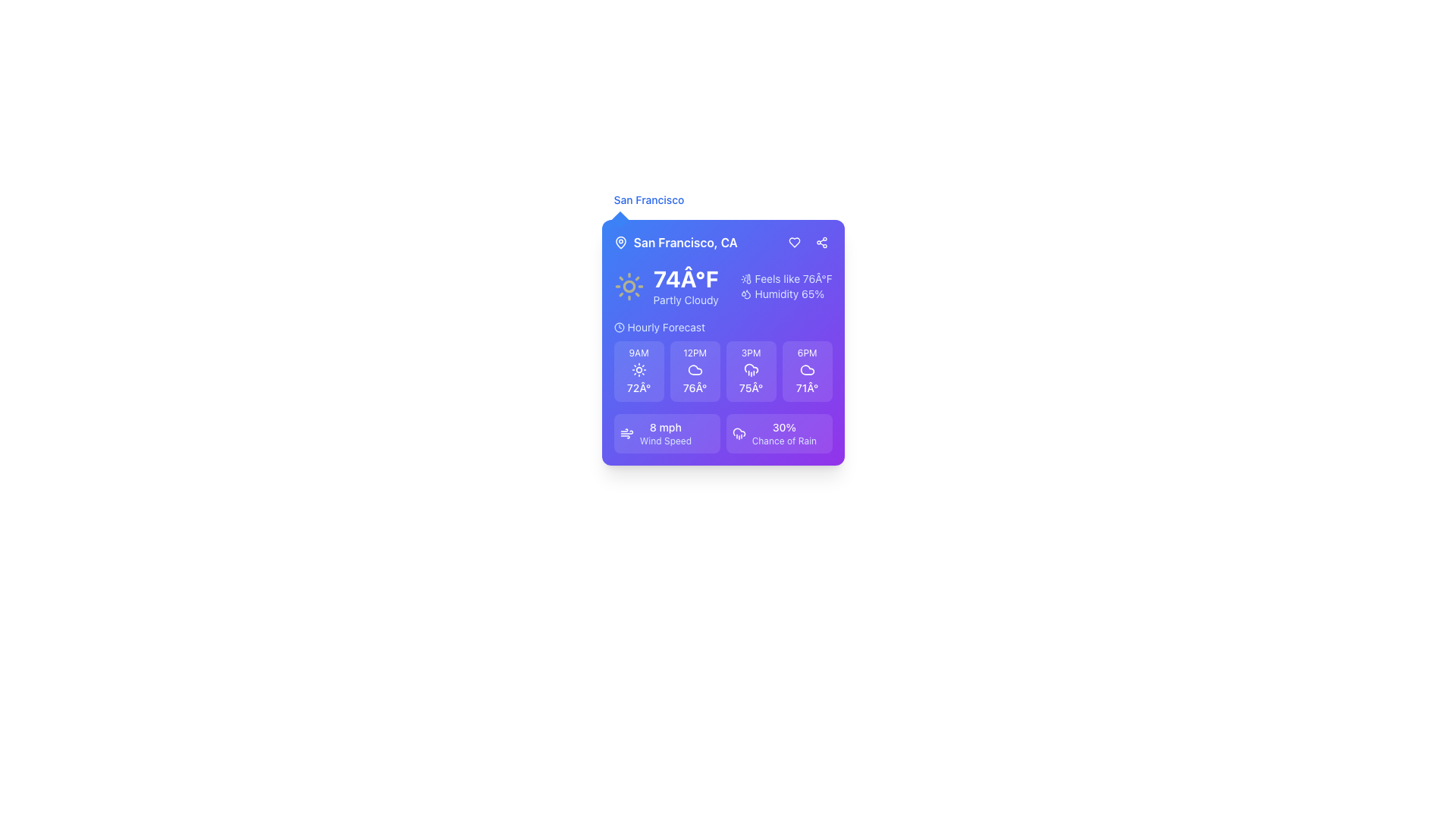 The width and height of the screenshot is (1456, 819). What do you see at coordinates (786, 294) in the screenshot?
I see `the text block displaying the current humidity level, located directly below the 'Feels like 76°F' text in the weather interface` at bounding box center [786, 294].